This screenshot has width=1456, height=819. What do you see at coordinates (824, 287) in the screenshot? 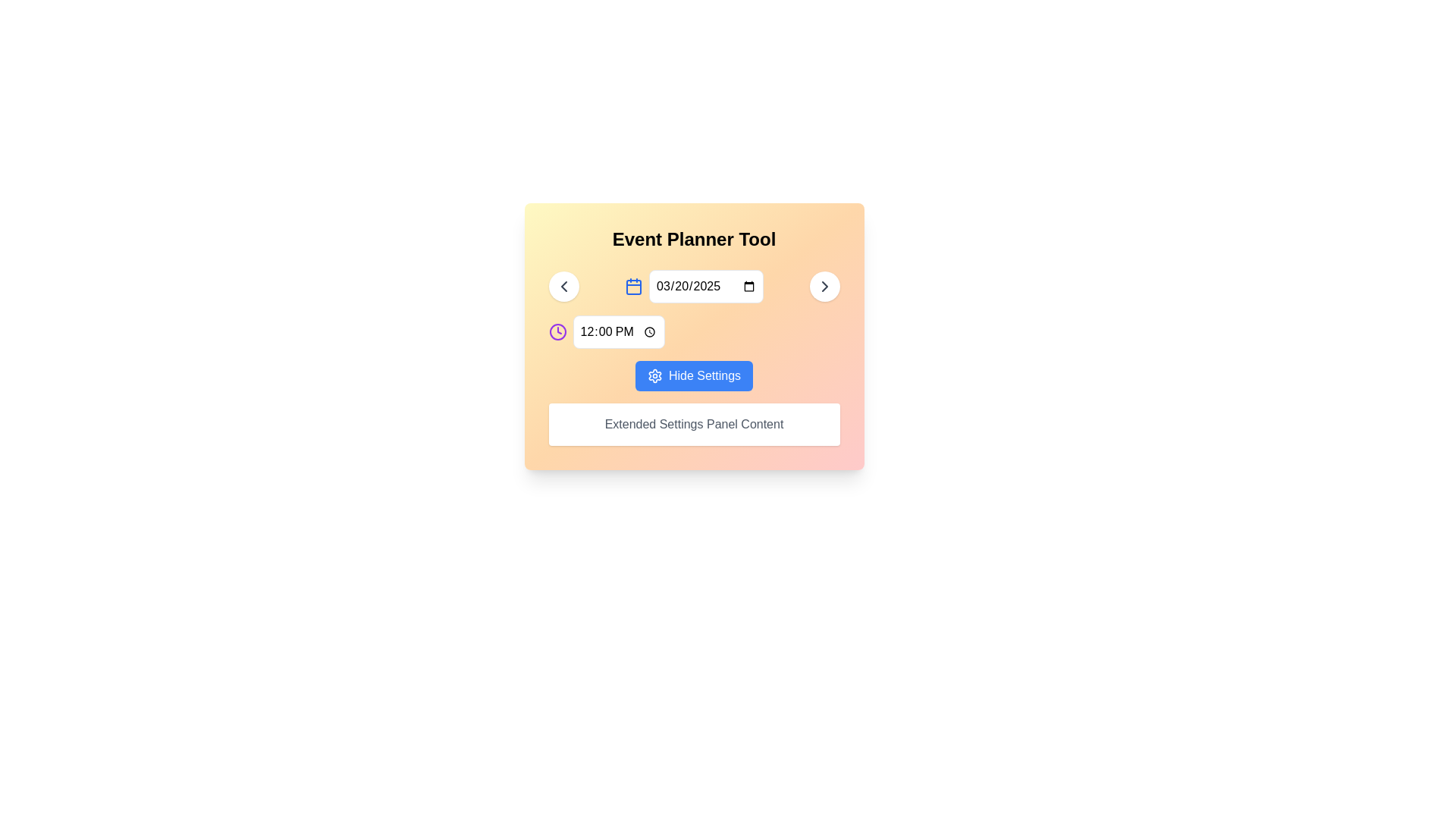
I see `the SVG icon located in the circular button at the top-right quadrant of the application interface` at bounding box center [824, 287].